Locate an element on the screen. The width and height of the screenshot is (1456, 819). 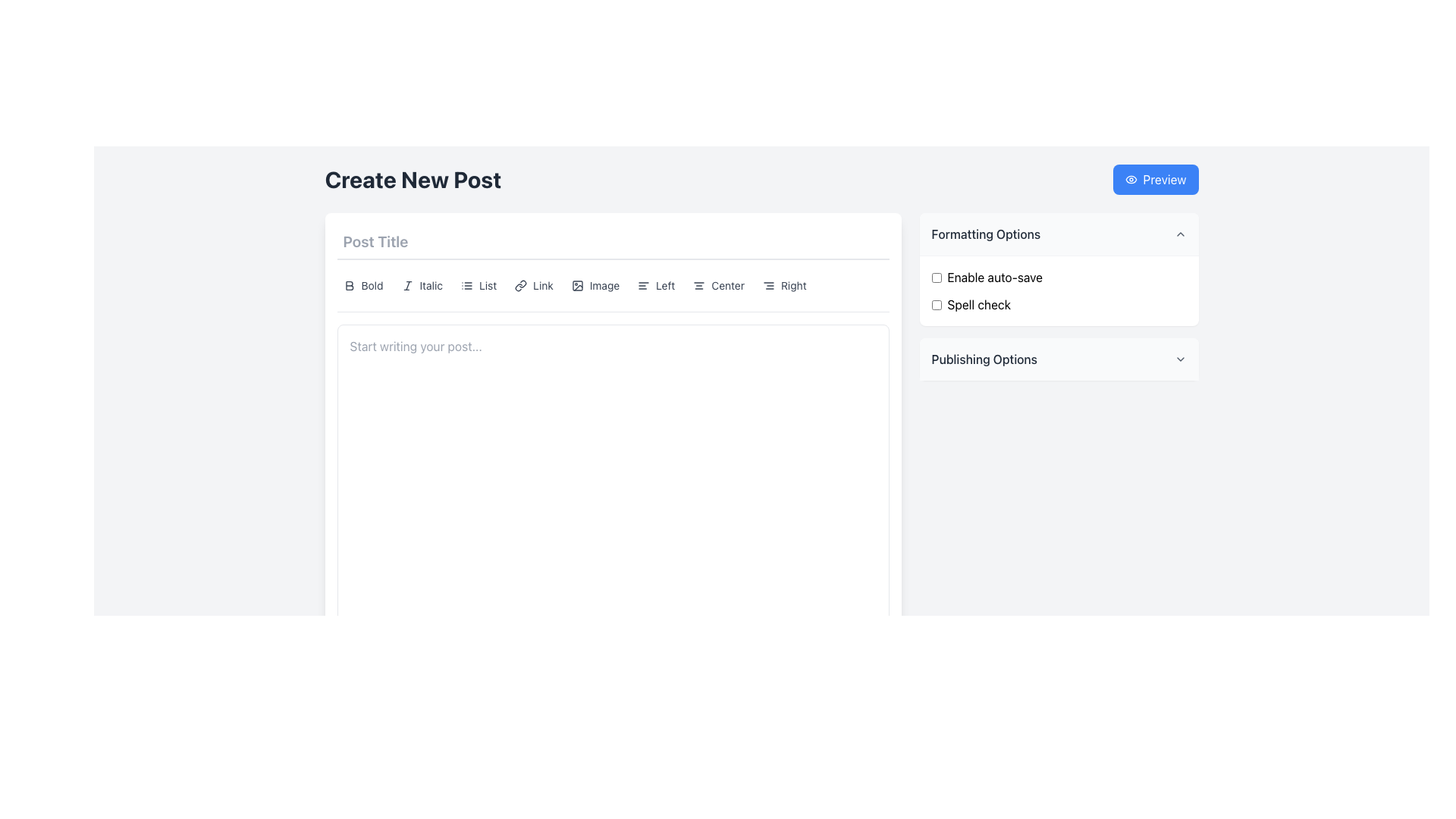
the sixth button from the left in the toolbar to apply center alignment to the selected text or paragraph is located at coordinates (718, 286).